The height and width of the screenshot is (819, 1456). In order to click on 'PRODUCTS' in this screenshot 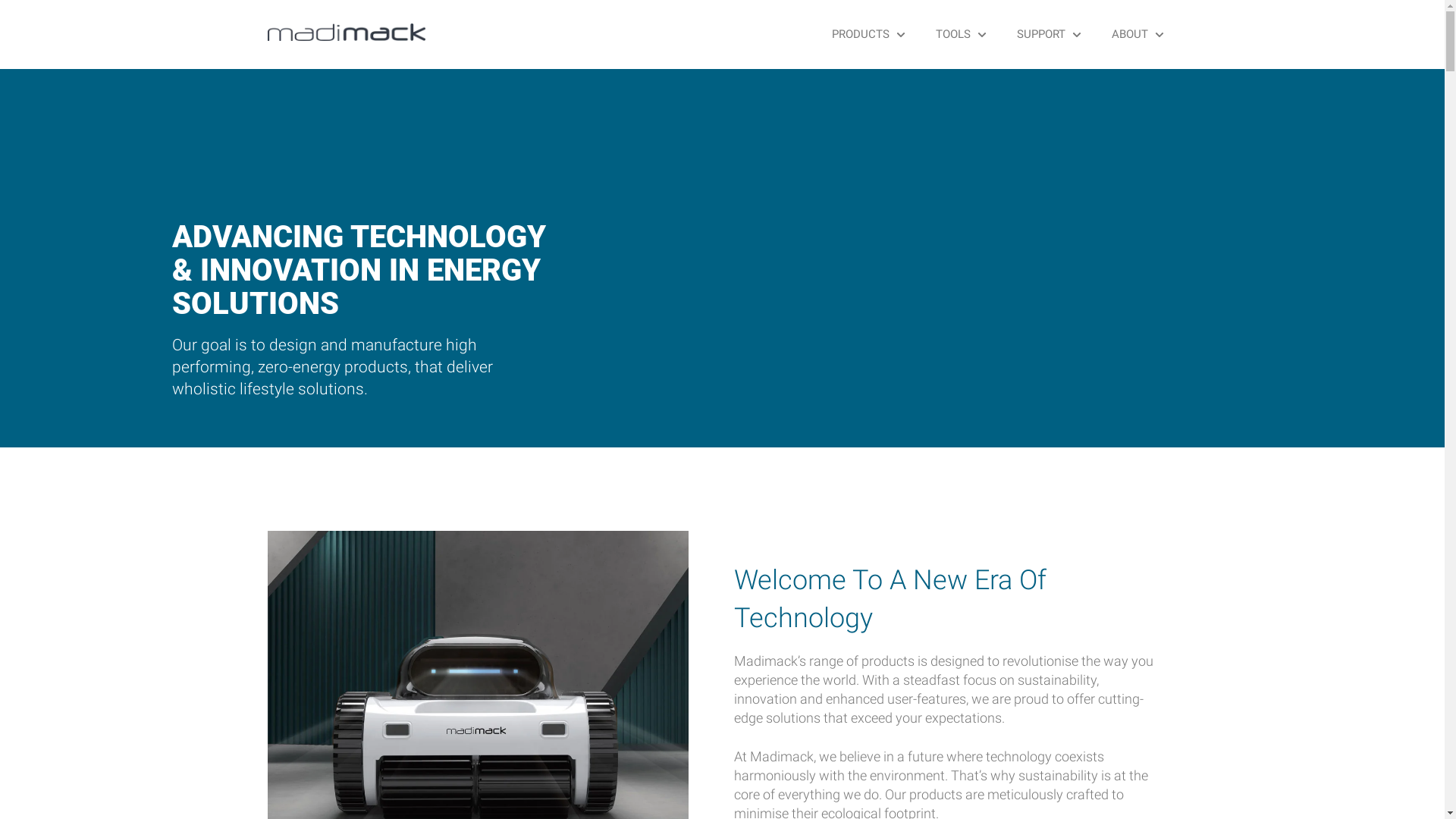, I will do `click(859, 34)`.